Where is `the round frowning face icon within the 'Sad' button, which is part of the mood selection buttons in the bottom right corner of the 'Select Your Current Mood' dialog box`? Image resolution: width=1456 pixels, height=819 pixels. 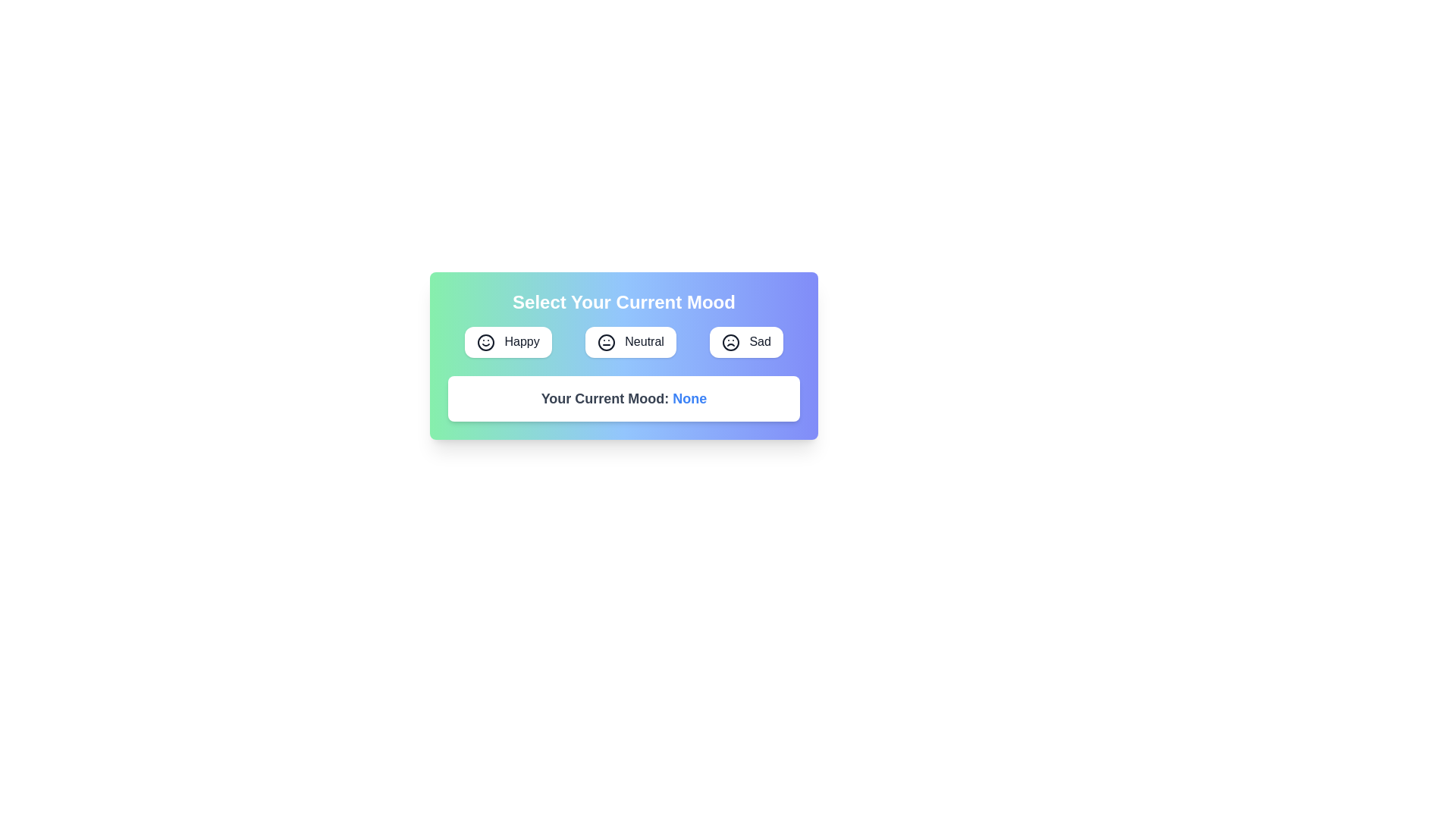
the round frowning face icon within the 'Sad' button, which is part of the mood selection buttons in the bottom right corner of the 'Select Your Current Mood' dialog box is located at coordinates (731, 342).